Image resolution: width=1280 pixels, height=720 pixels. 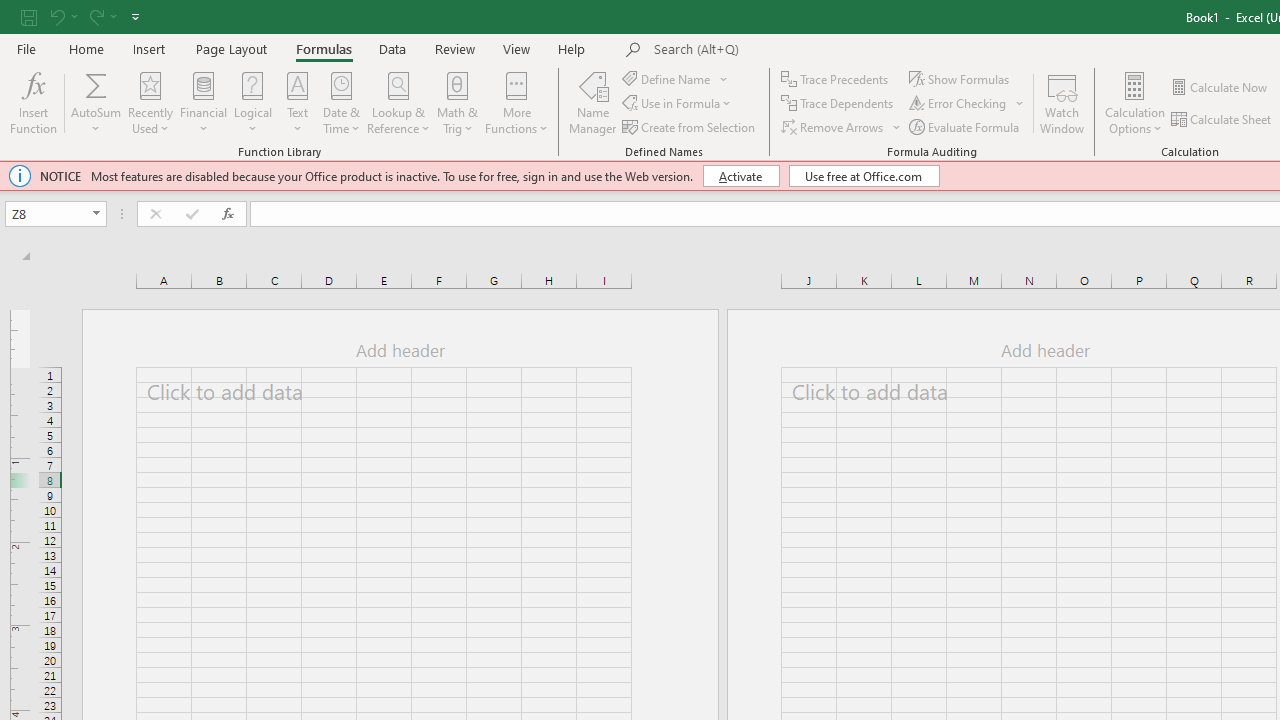 What do you see at coordinates (679, 103) in the screenshot?
I see `'Use in Formula'` at bounding box center [679, 103].